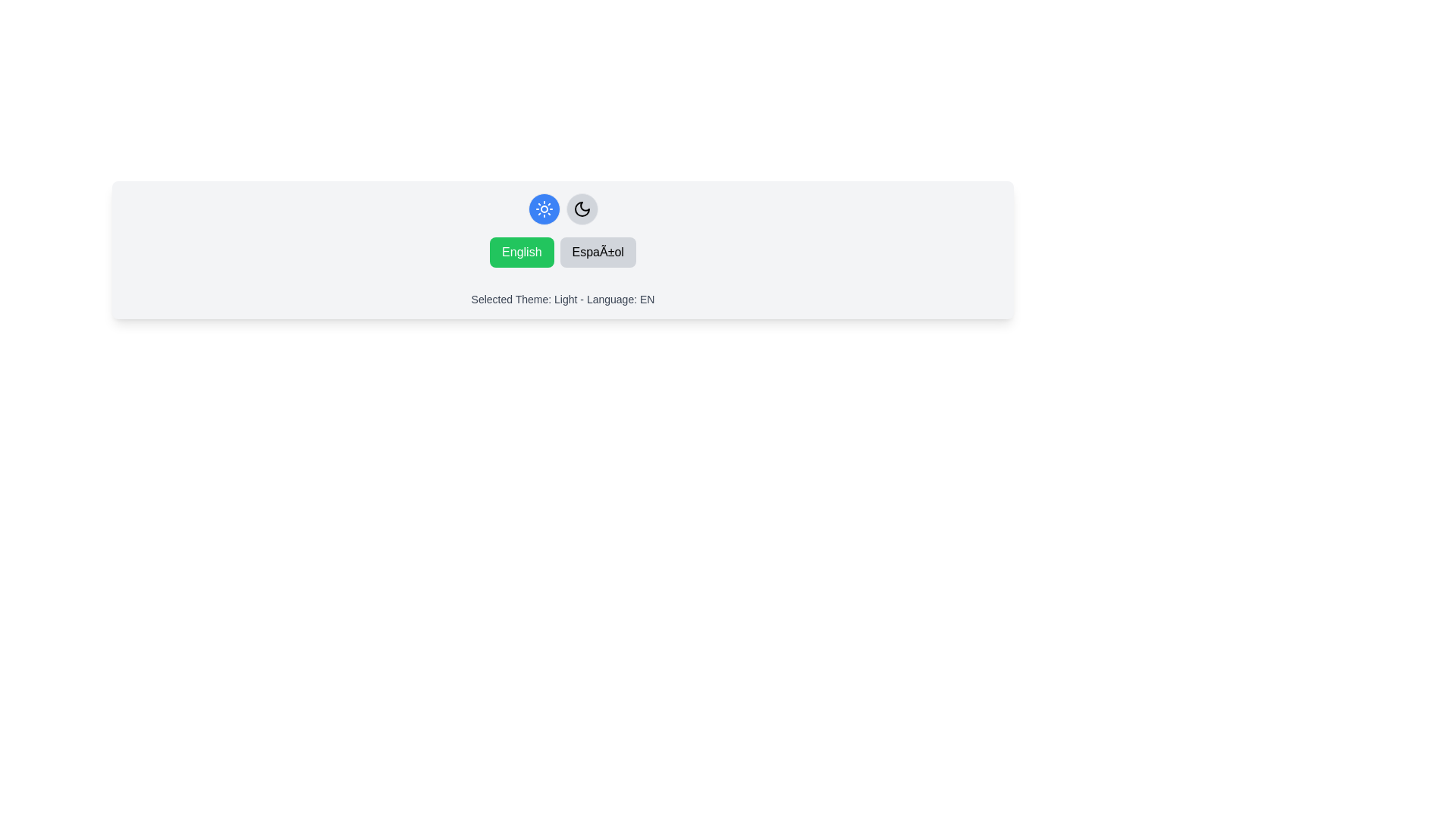 The width and height of the screenshot is (1456, 819). What do you see at coordinates (581, 209) in the screenshot?
I see `the circular button with a light gray background and a black crescent moon icon` at bounding box center [581, 209].